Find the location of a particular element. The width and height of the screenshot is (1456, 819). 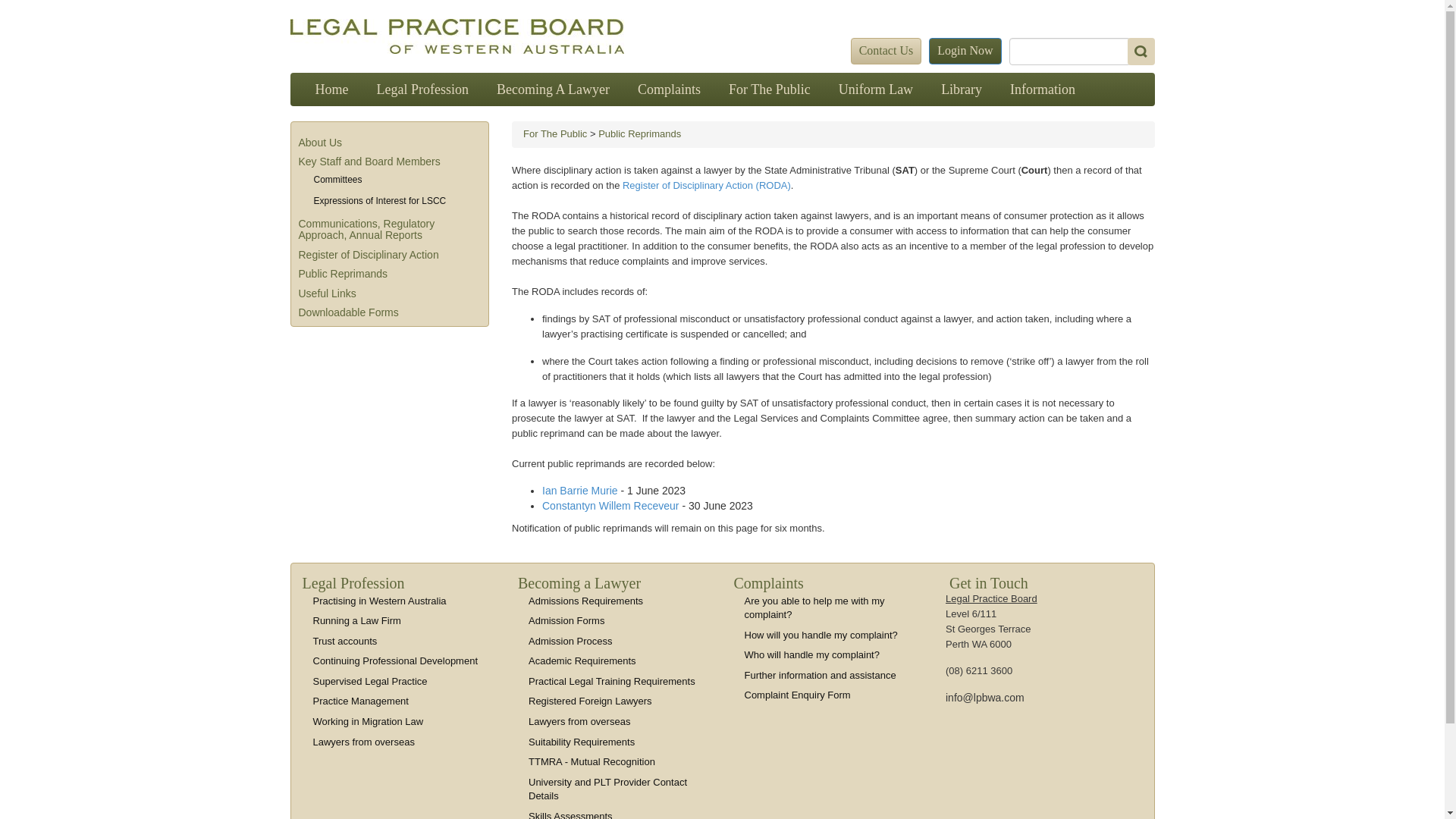

'Library' is located at coordinates (960, 89).